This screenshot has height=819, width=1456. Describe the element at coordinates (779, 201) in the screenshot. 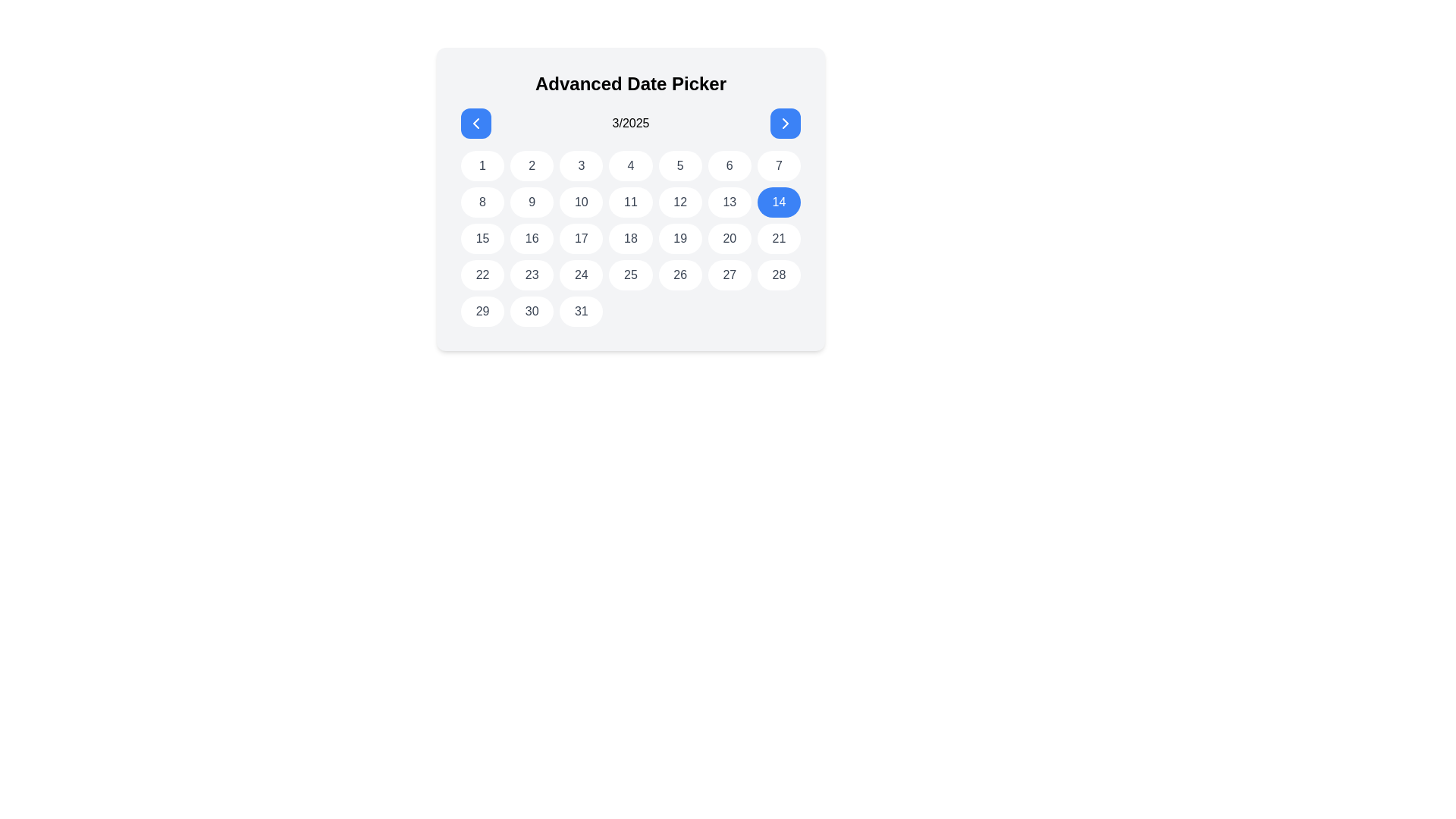

I see `the interactive button displaying the number '14' in the calendar component` at that location.